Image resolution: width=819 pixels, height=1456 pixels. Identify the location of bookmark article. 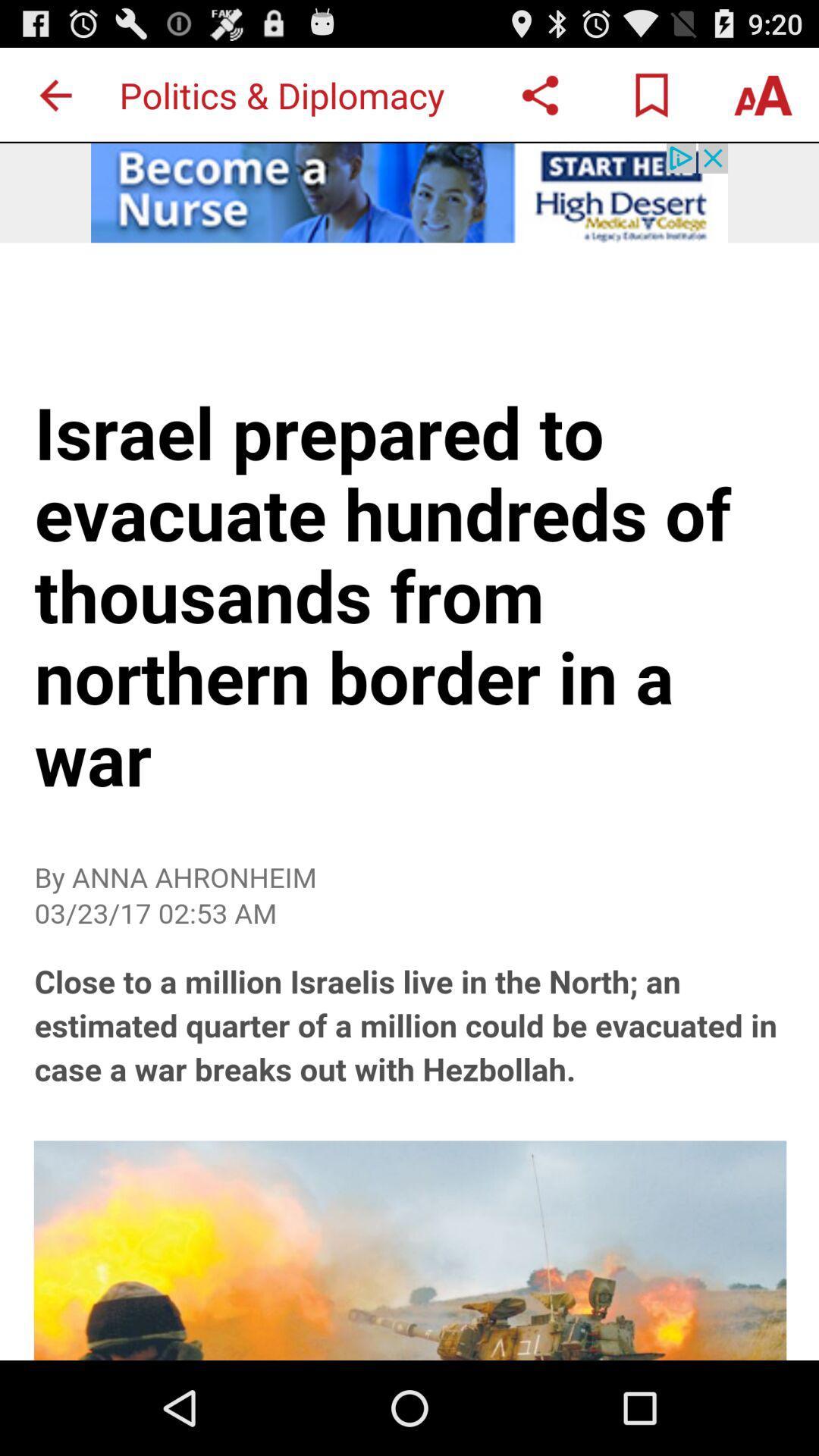
(651, 94).